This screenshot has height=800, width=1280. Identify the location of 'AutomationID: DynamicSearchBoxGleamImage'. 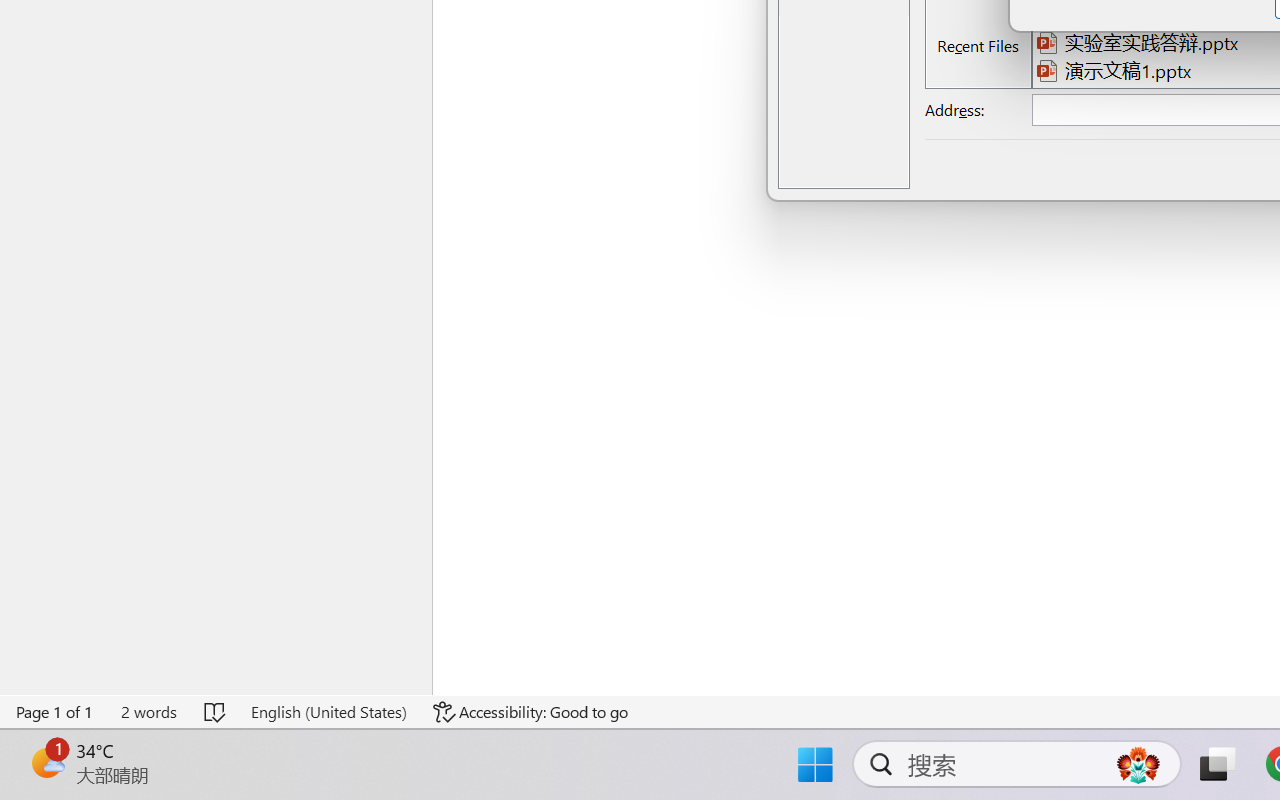
(1138, 764).